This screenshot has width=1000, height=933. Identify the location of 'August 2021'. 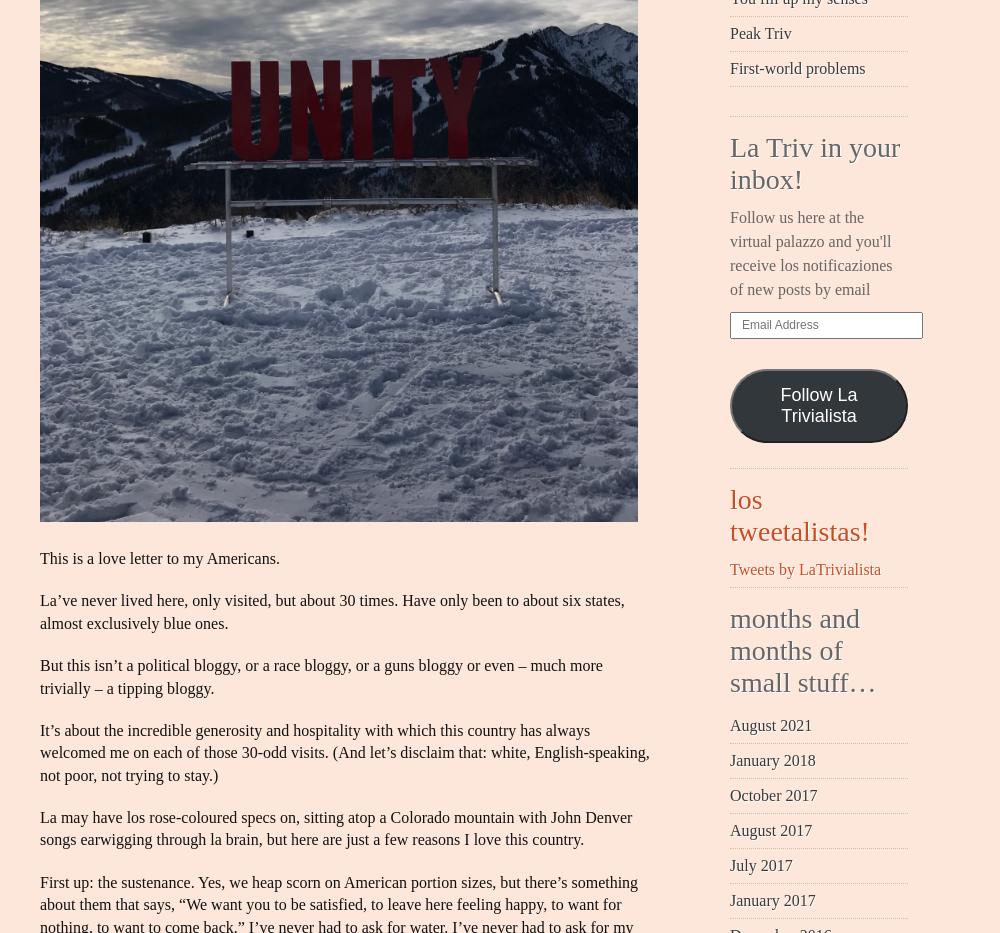
(729, 724).